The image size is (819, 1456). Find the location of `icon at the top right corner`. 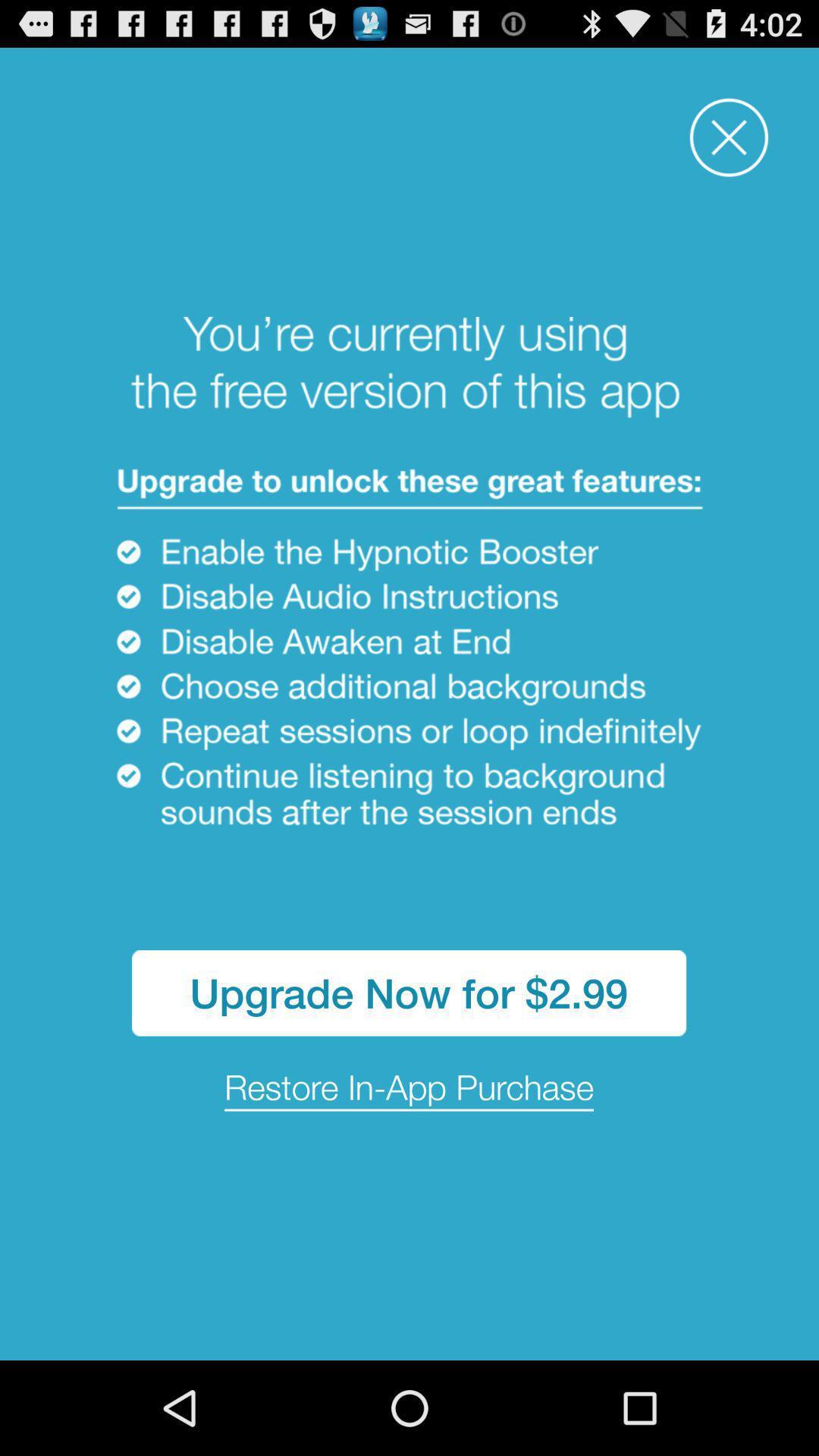

icon at the top right corner is located at coordinates (728, 137).